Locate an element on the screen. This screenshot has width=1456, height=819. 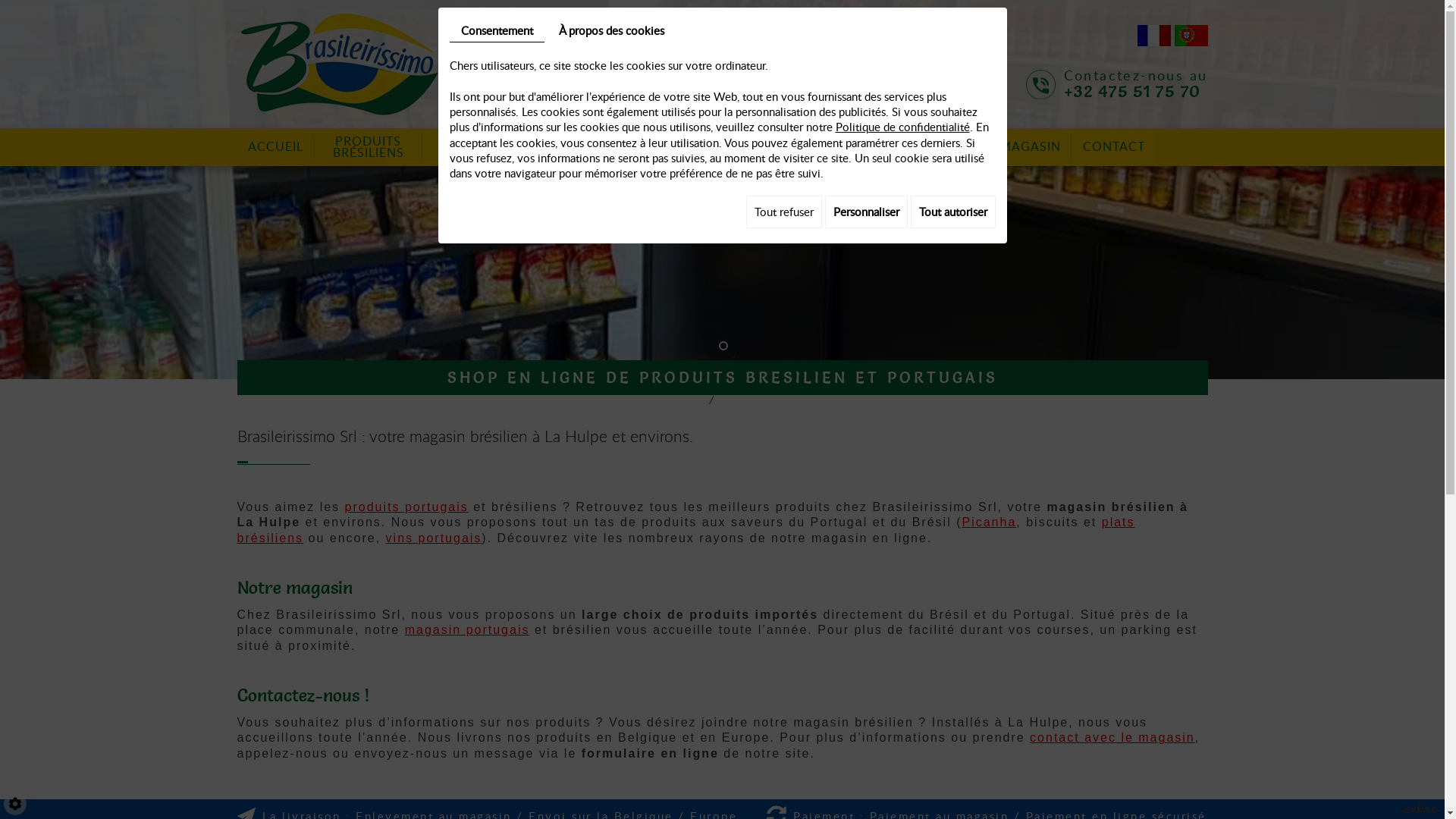
'CONTACT' is located at coordinates (1113, 146).